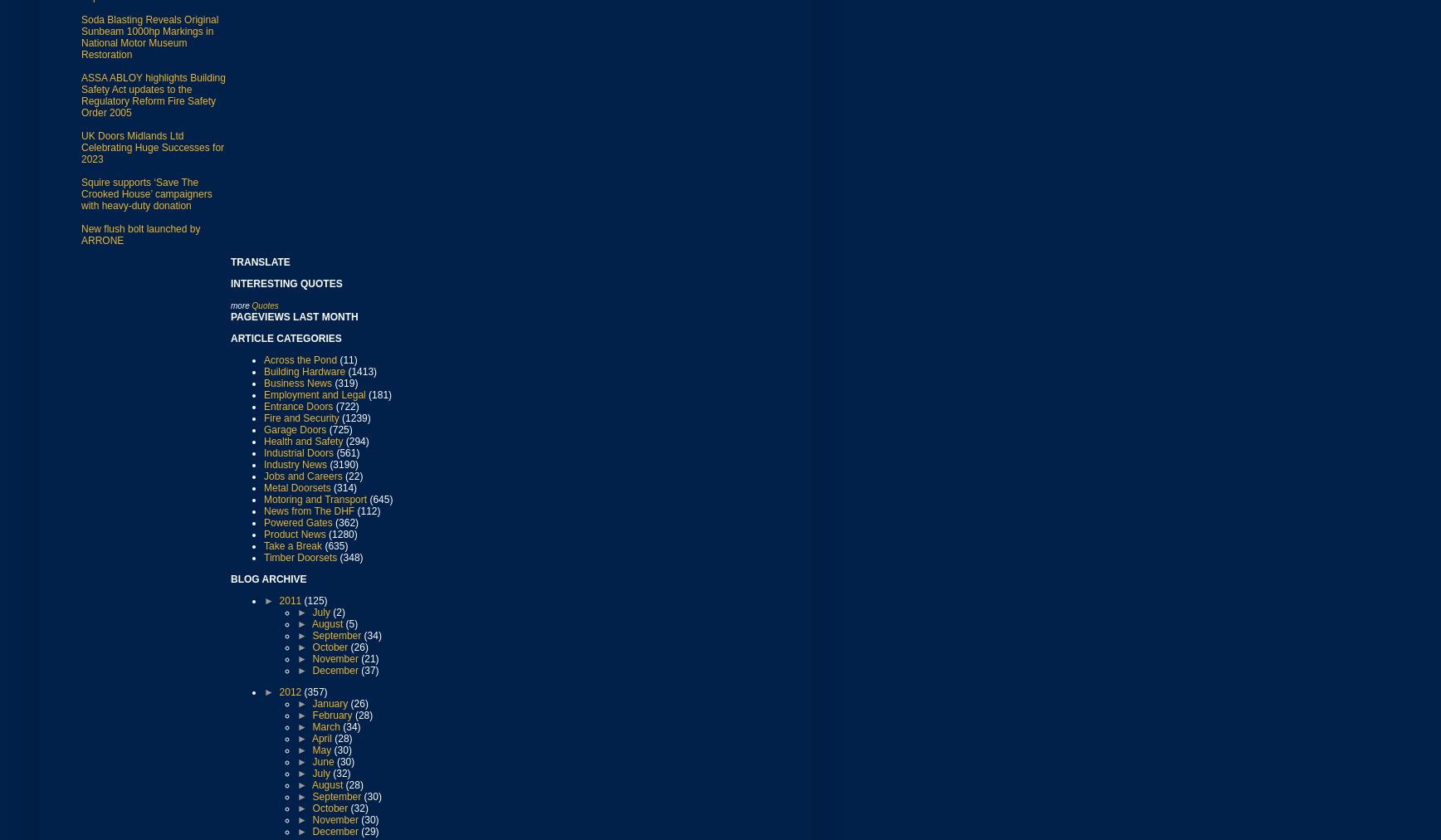 This screenshot has width=1441, height=840. What do you see at coordinates (379, 394) in the screenshot?
I see `'(181)'` at bounding box center [379, 394].